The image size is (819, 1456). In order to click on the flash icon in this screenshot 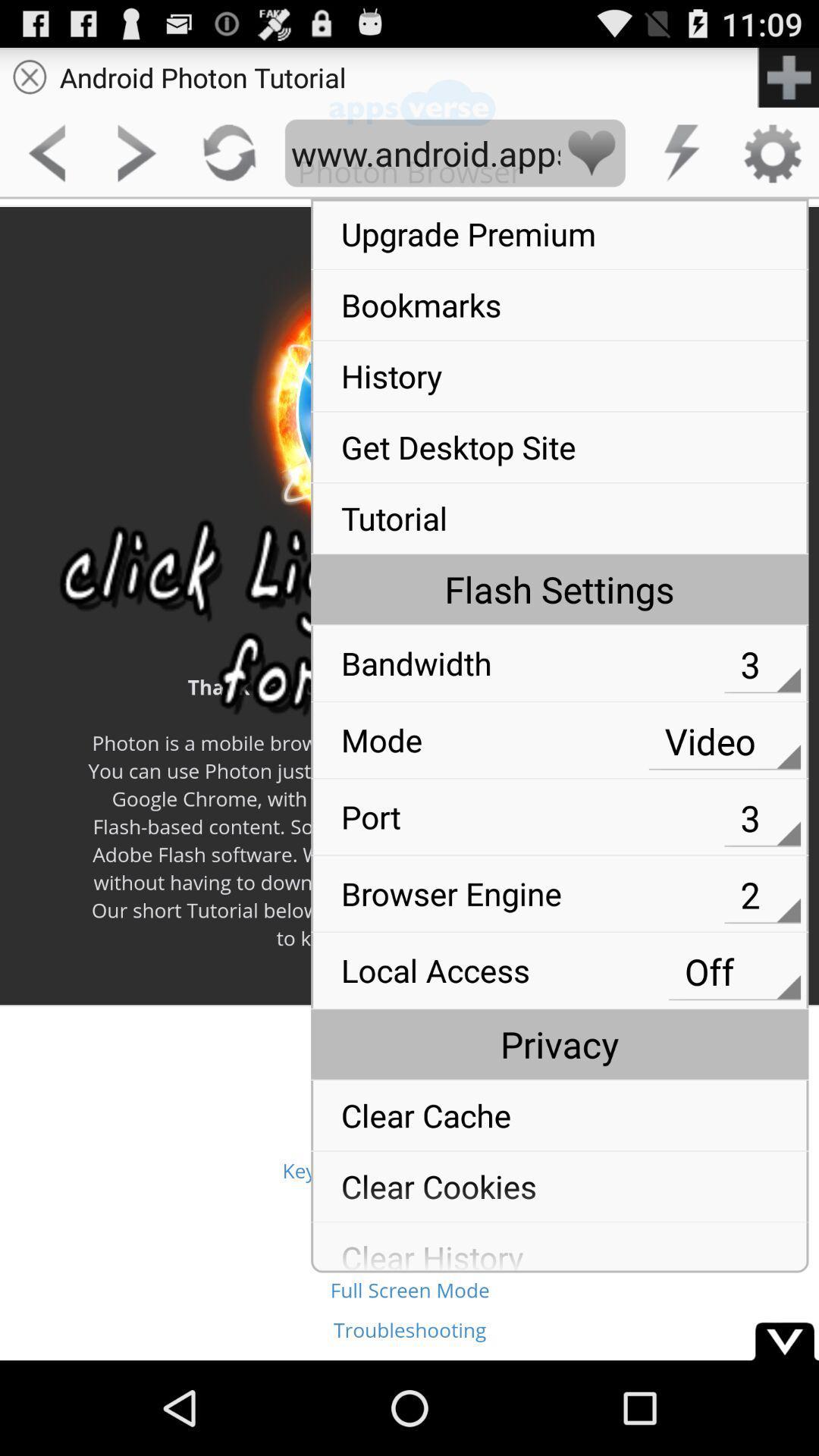, I will do `click(680, 164)`.